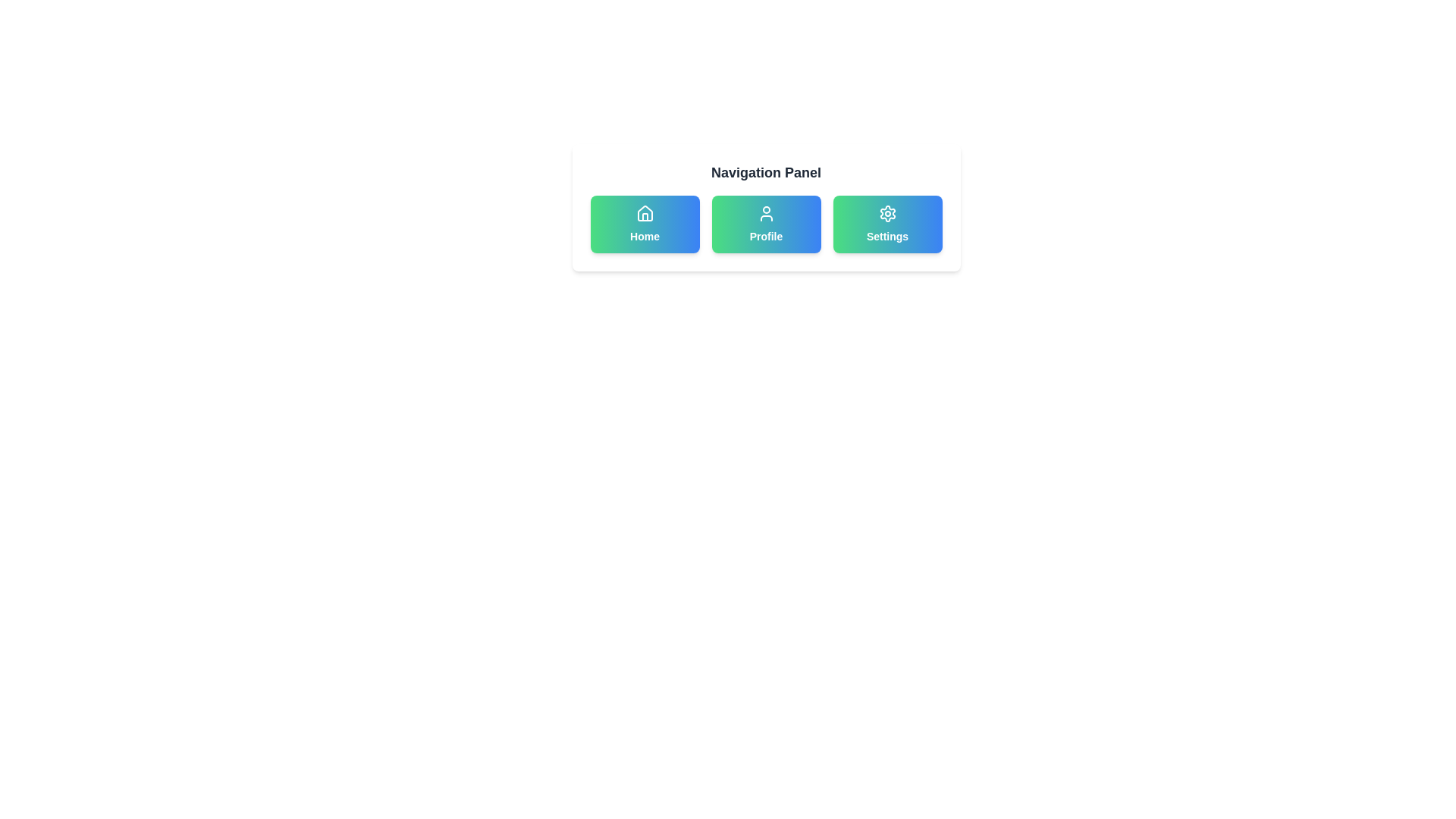 The height and width of the screenshot is (819, 1456). Describe the element at coordinates (887, 237) in the screenshot. I see `the 'Settings' label which indicates the purpose of the 'Settings' button, positioned under its icon in the navigational options` at that location.